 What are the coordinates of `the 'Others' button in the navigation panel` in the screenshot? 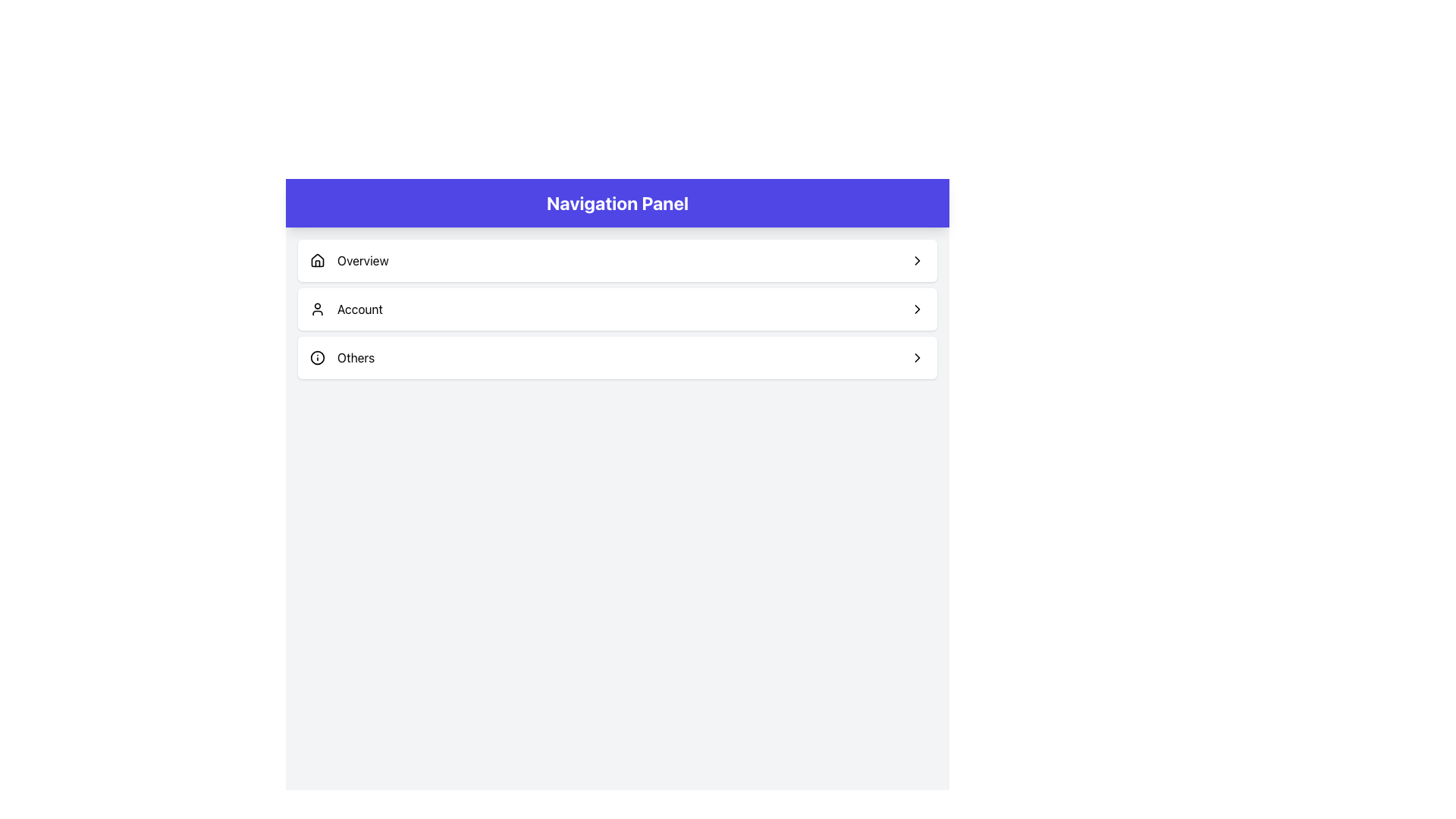 It's located at (617, 357).